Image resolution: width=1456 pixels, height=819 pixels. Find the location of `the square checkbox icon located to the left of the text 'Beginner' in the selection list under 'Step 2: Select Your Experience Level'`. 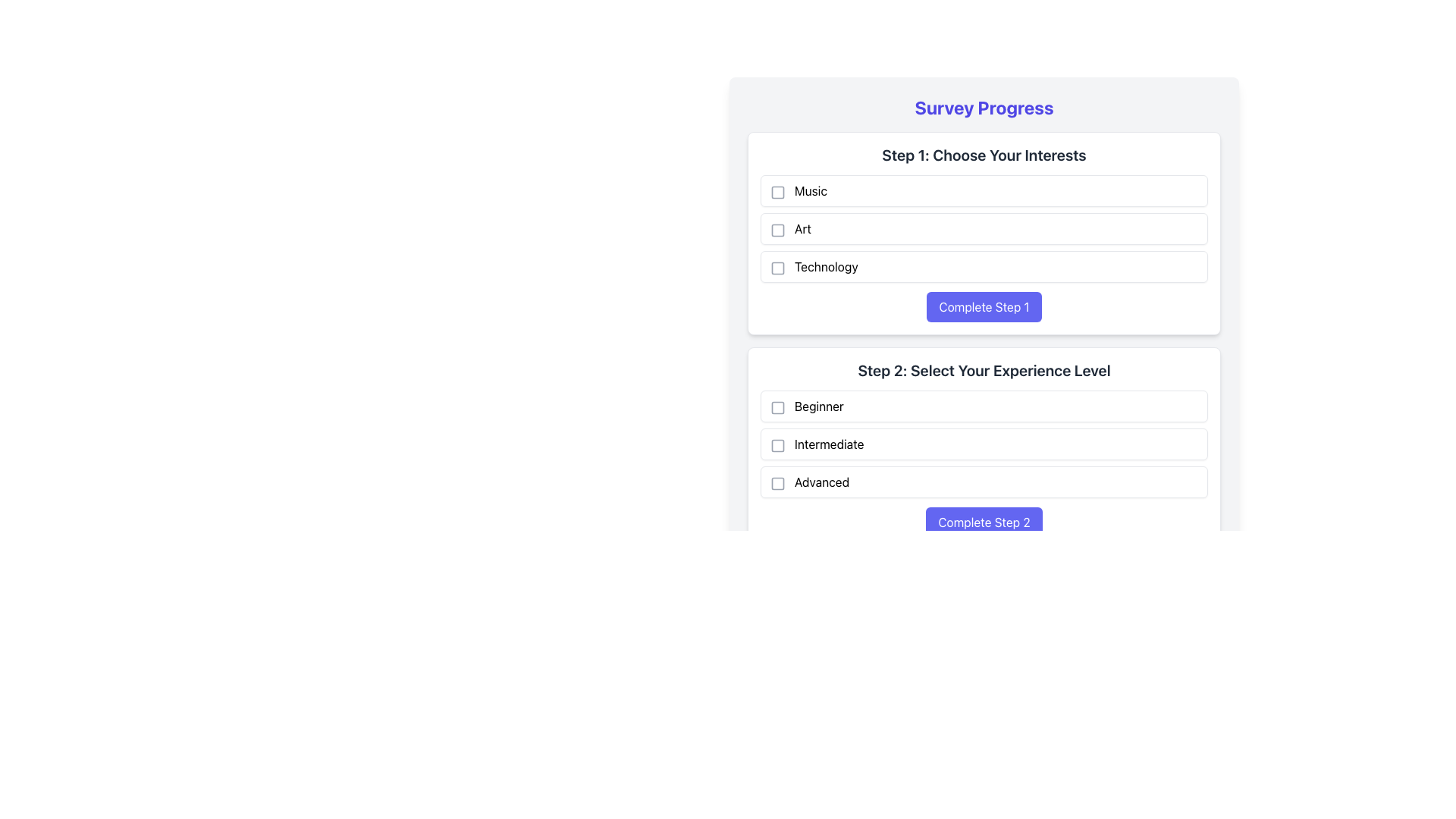

the square checkbox icon located to the left of the text 'Beginner' in the selection list under 'Step 2: Select Your Experience Level' is located at coordinates (778, 406).